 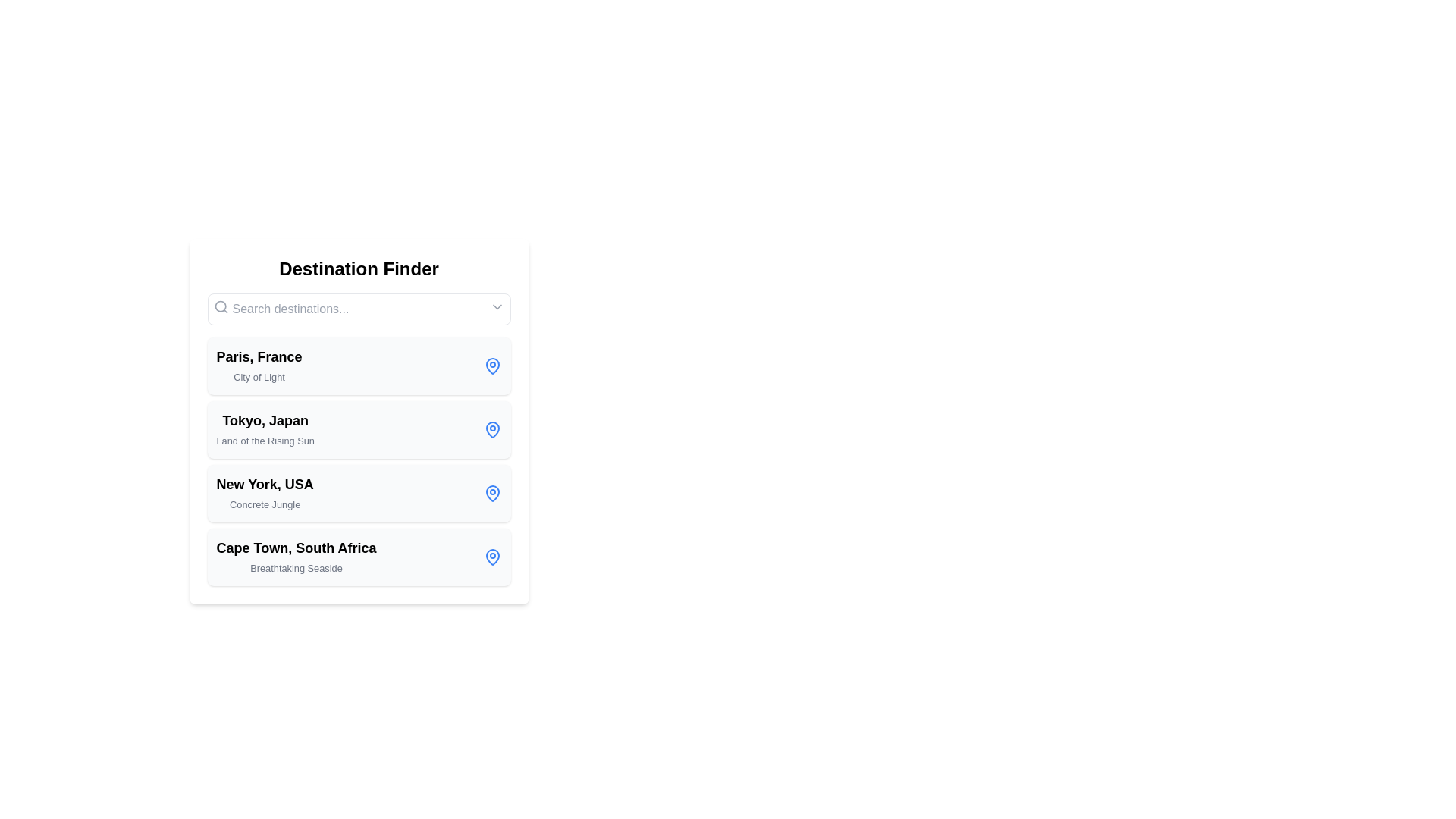 I want to click on the first list item representing 'Paris, France' in the 'Destination Finder' panel, so click(x=358, y=366).